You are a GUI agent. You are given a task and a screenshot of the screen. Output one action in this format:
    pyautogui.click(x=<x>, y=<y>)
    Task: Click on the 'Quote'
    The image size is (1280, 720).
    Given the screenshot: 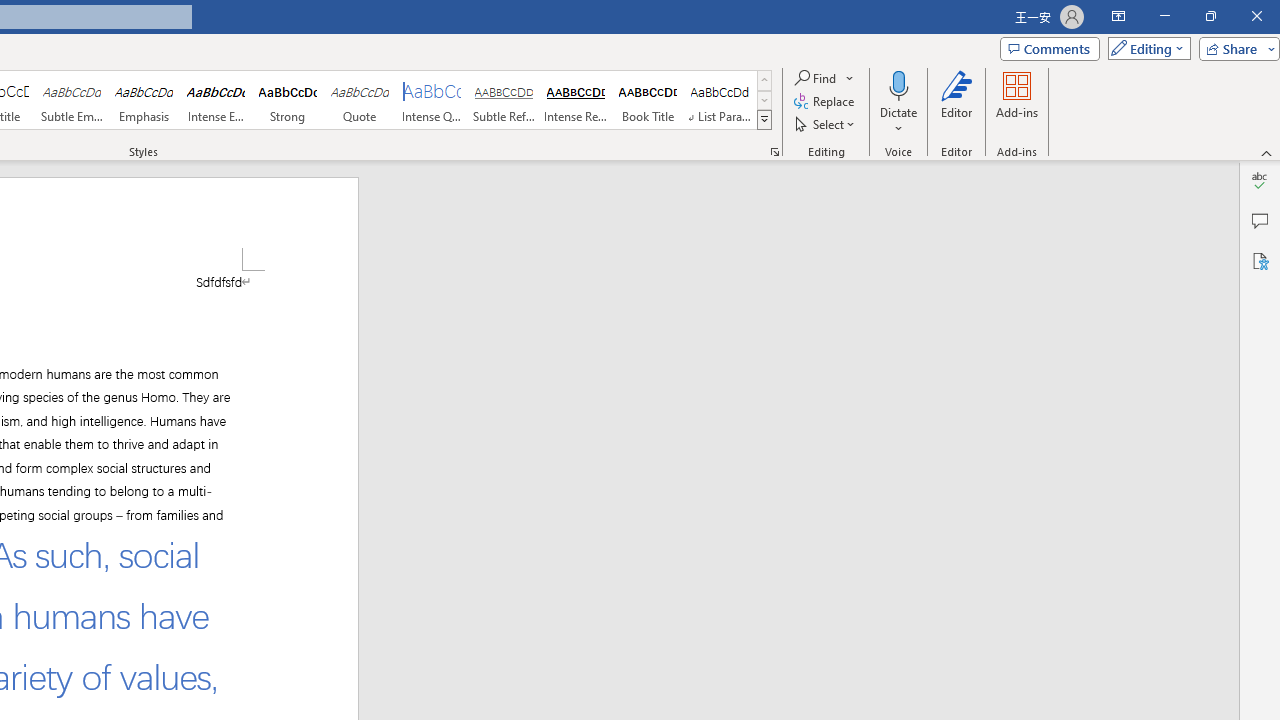 What is the action you would take?
    pyautogui.click(x=359, y=100)
    